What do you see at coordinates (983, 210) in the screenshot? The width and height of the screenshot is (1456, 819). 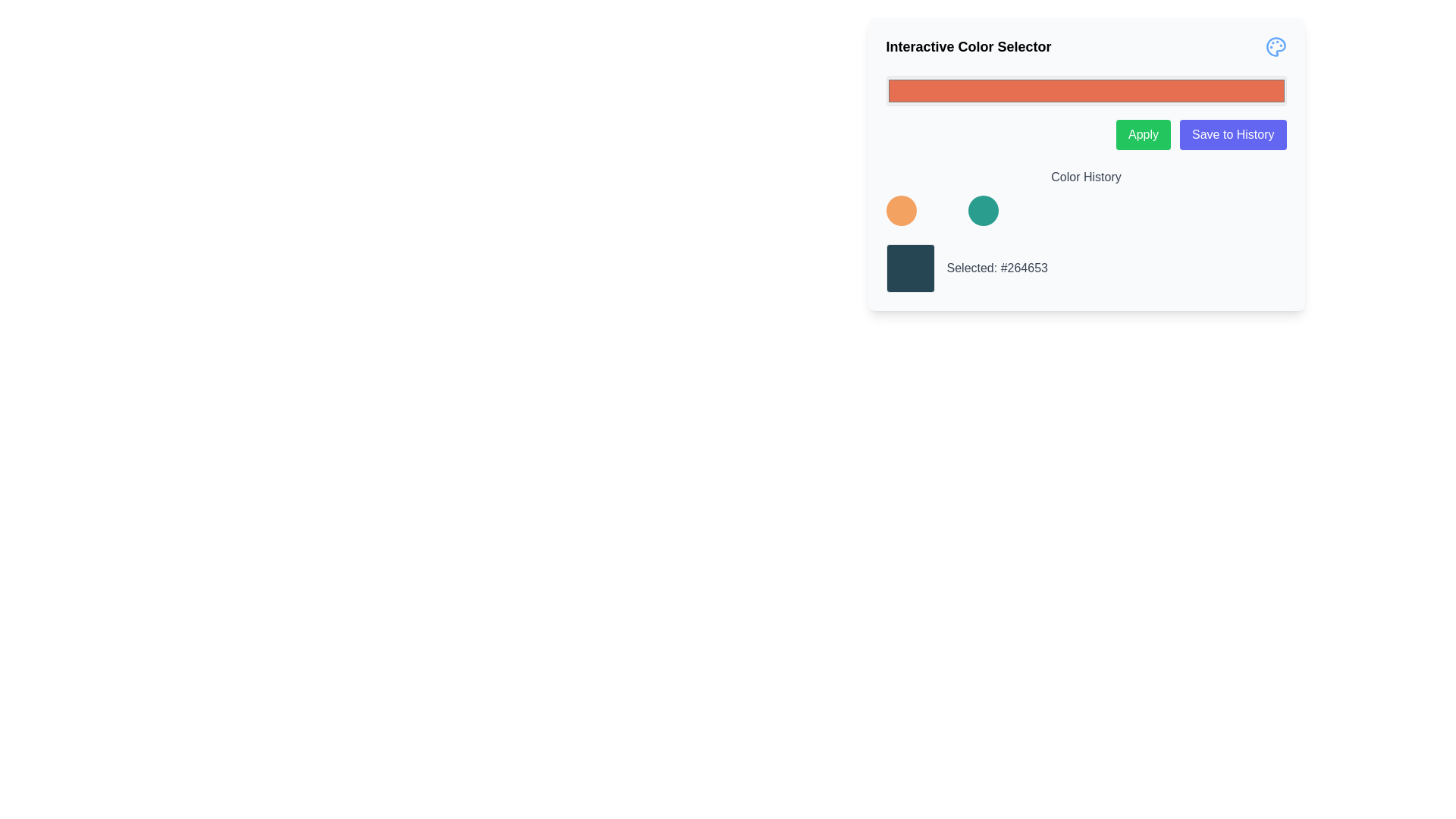 I see `the circular color selection indicator in the 'Color History' section` at bounding box center [983, 210].